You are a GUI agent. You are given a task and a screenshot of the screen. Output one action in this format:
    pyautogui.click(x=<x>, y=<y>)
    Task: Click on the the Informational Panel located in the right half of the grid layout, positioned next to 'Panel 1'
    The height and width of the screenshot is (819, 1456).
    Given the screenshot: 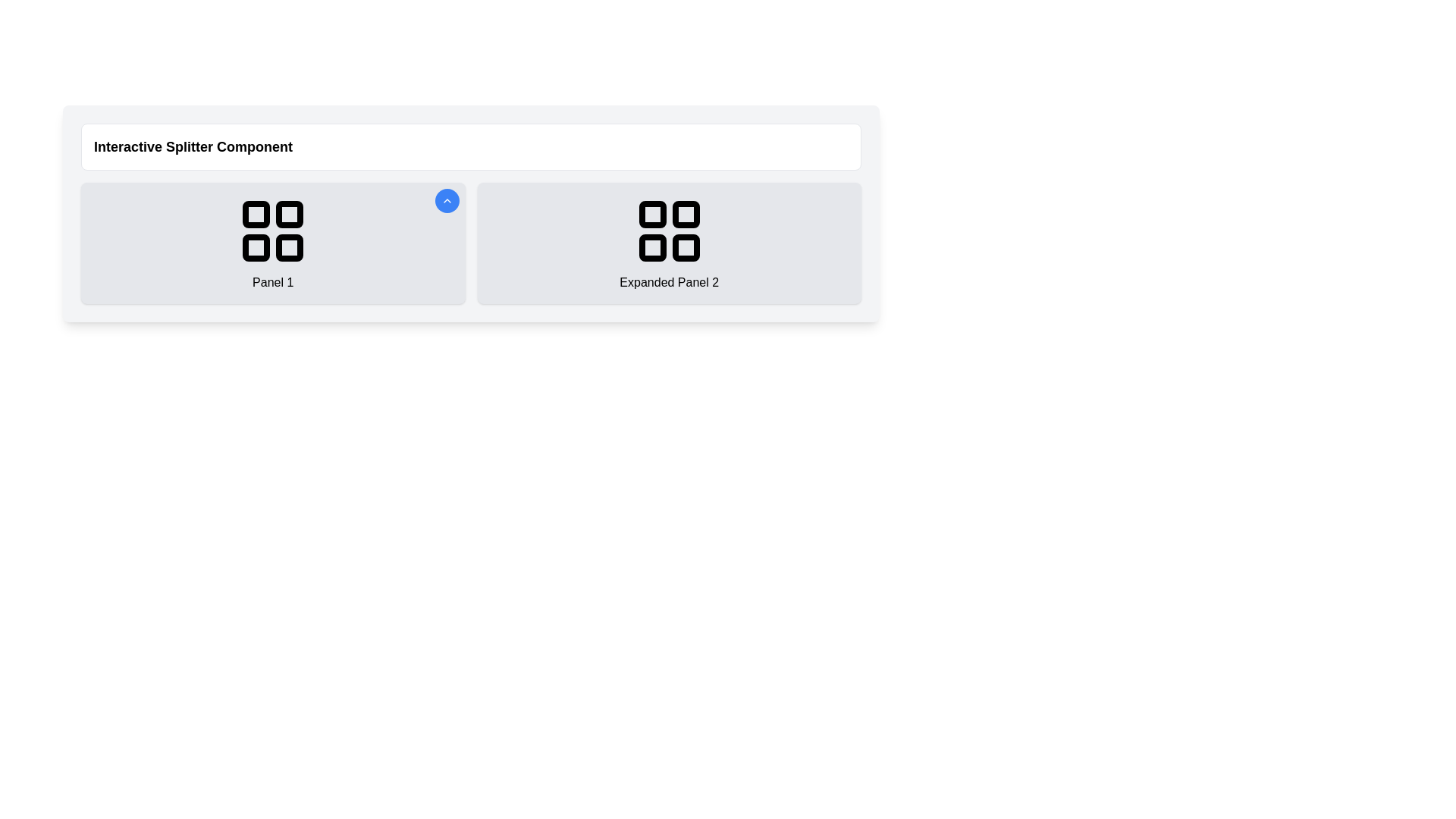 What is the action you would take?
    pyautogui.click(x=668, y=242)
    